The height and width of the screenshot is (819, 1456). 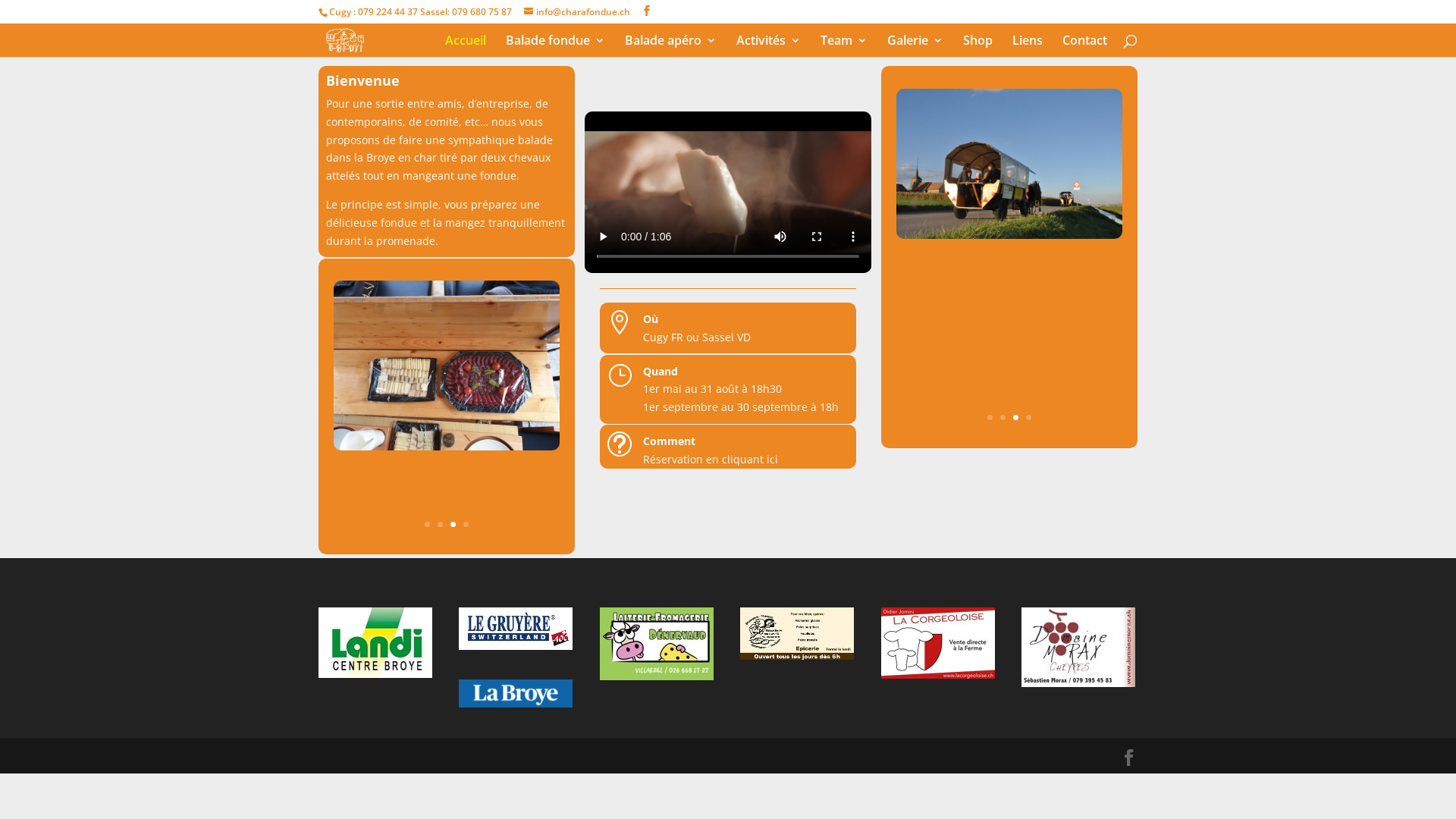 What do you see at coordinates (1084, 45) in the screenshot?
I see `'Contact'` at bounding box center [1084, 45].